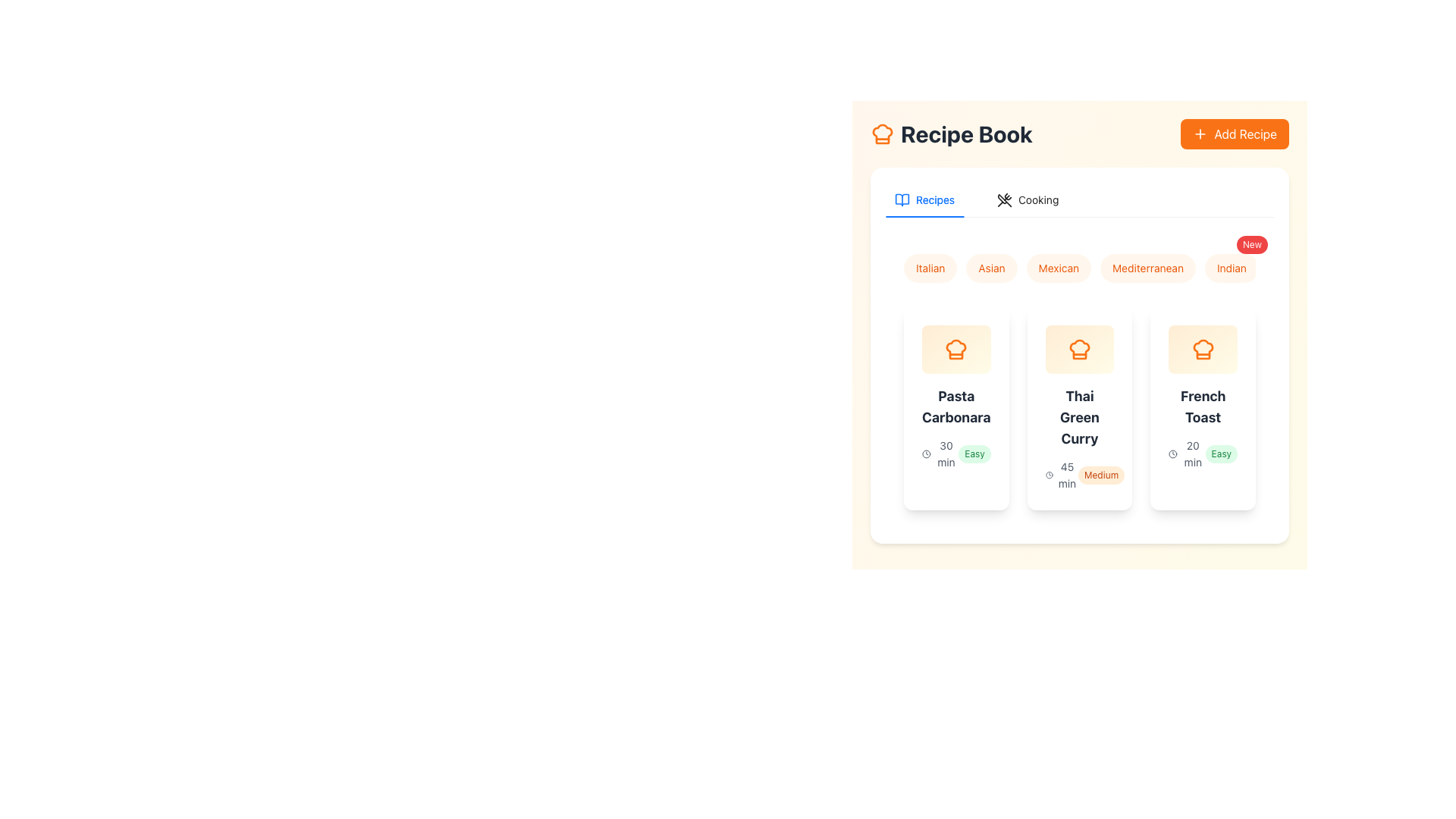 The width and height of the screenshot is (1456, 819). Describe the element at coordinates (1079, 408) in the screenshot. I see `the 'Thai Green Curry' component card` at that location.